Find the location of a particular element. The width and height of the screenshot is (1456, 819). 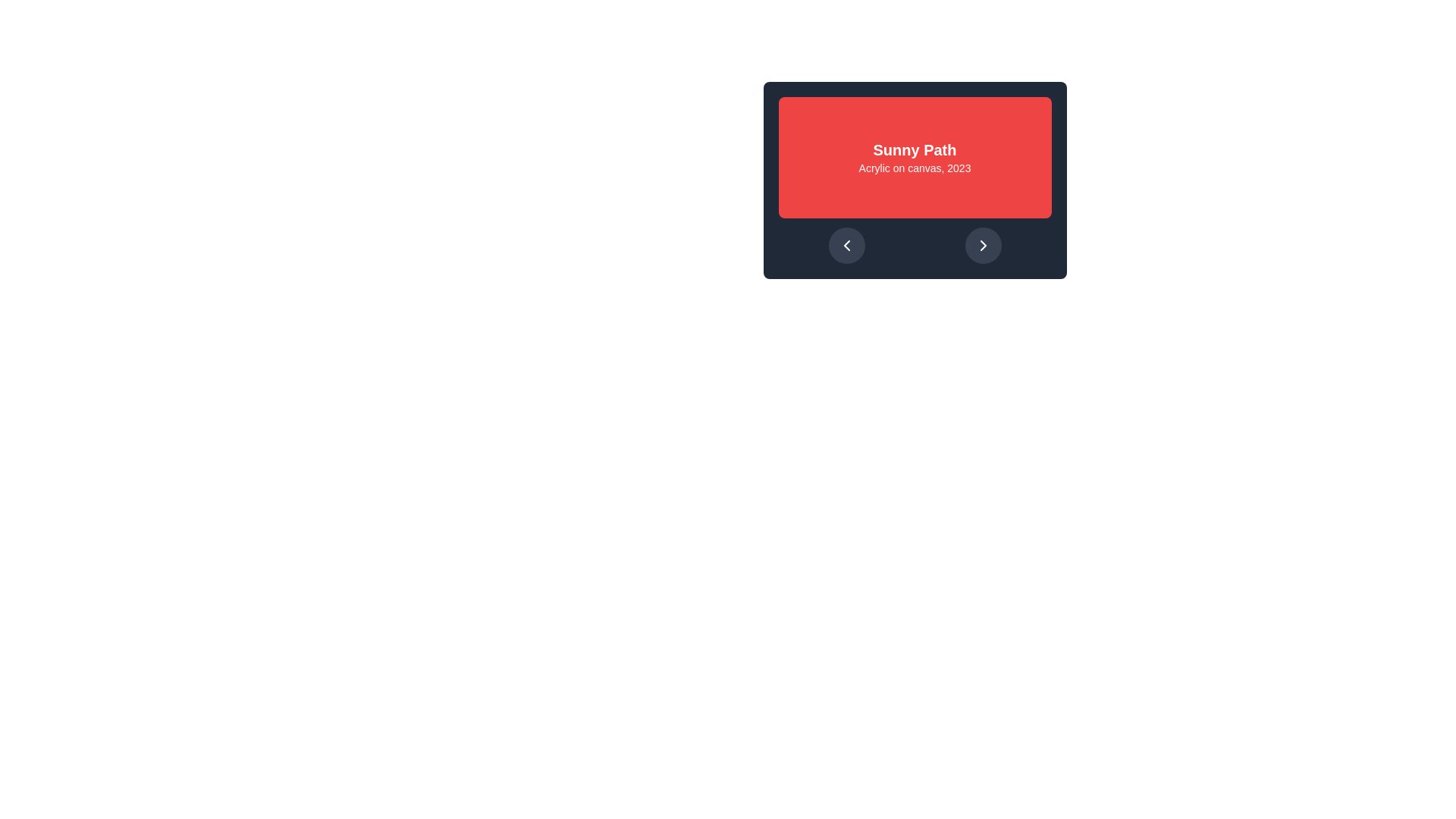

the left-facing chevron-shaped icon with a thin white stroke, located within a circular button on the left side of the panel is located at coordinates (846, 245).